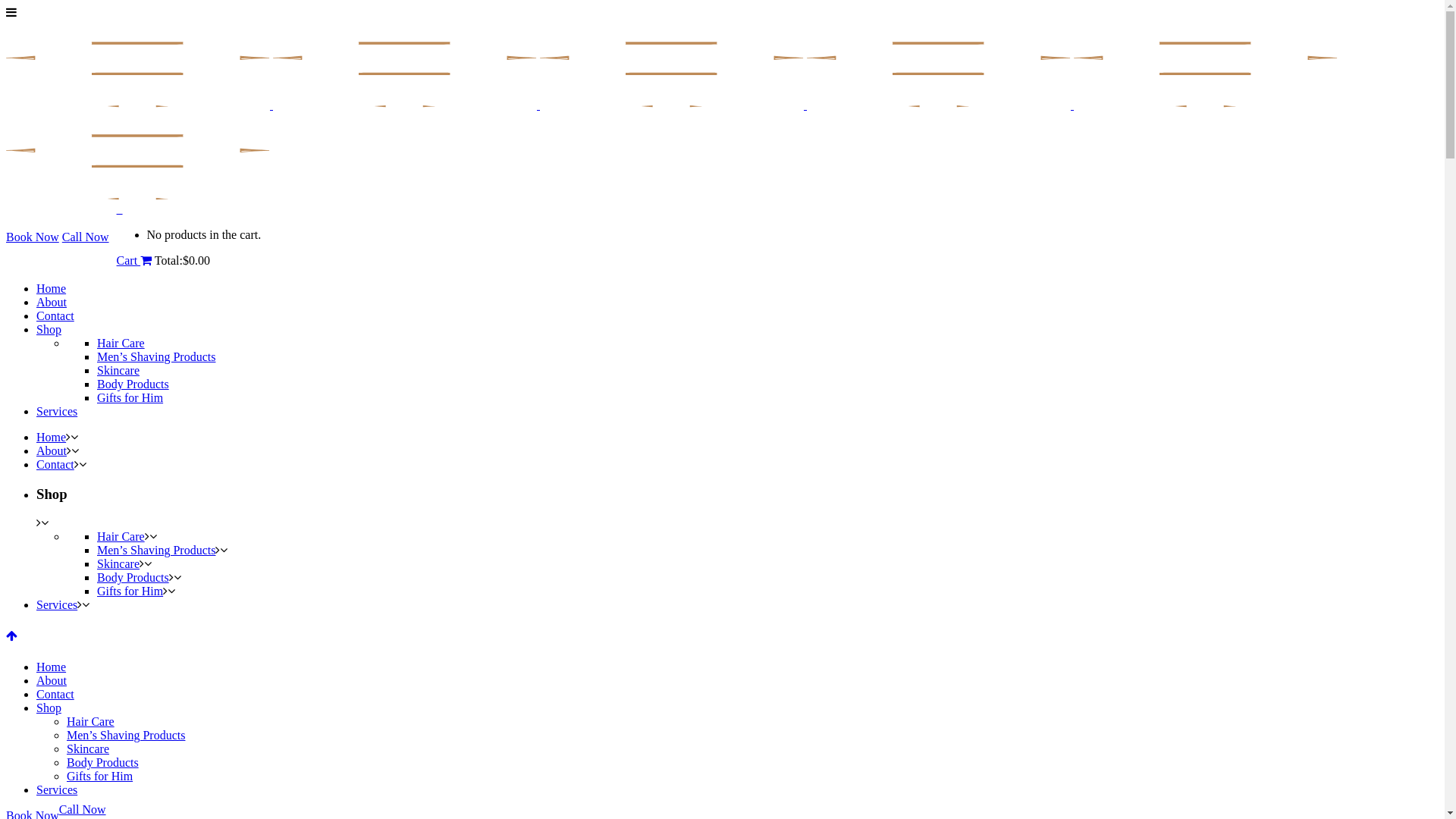 The width and height of the screenshot is (1456, 819). What do you see at coordinates (51, 288) in the screenshot?
I see `'Home'` at bounding box center [51, 288].